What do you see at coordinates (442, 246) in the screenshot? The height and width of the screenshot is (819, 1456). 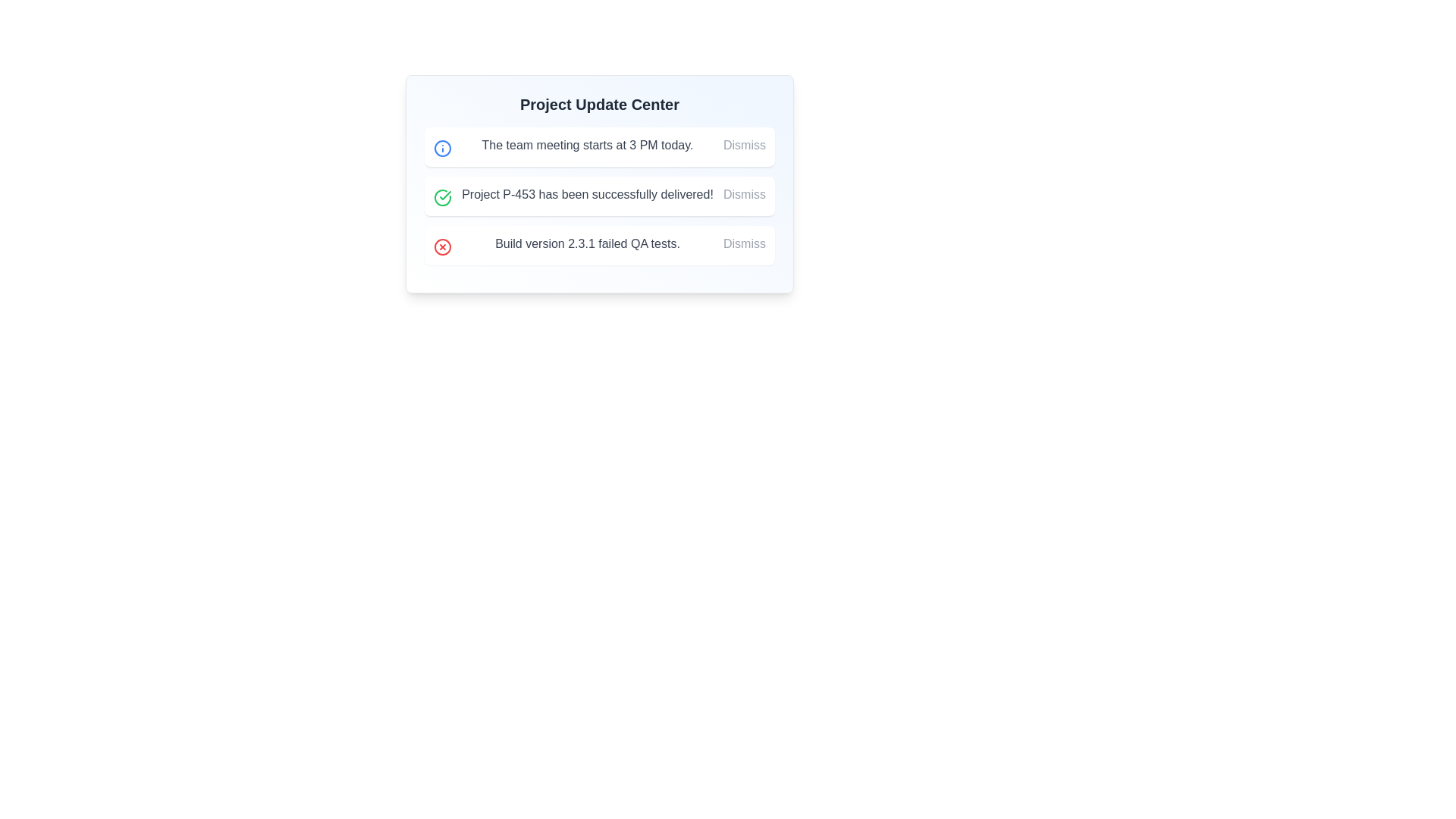 I see `the error icon located at the leftmost part of the third line in the 'Project Update Center' notification card` at bounding box center [442, 246].